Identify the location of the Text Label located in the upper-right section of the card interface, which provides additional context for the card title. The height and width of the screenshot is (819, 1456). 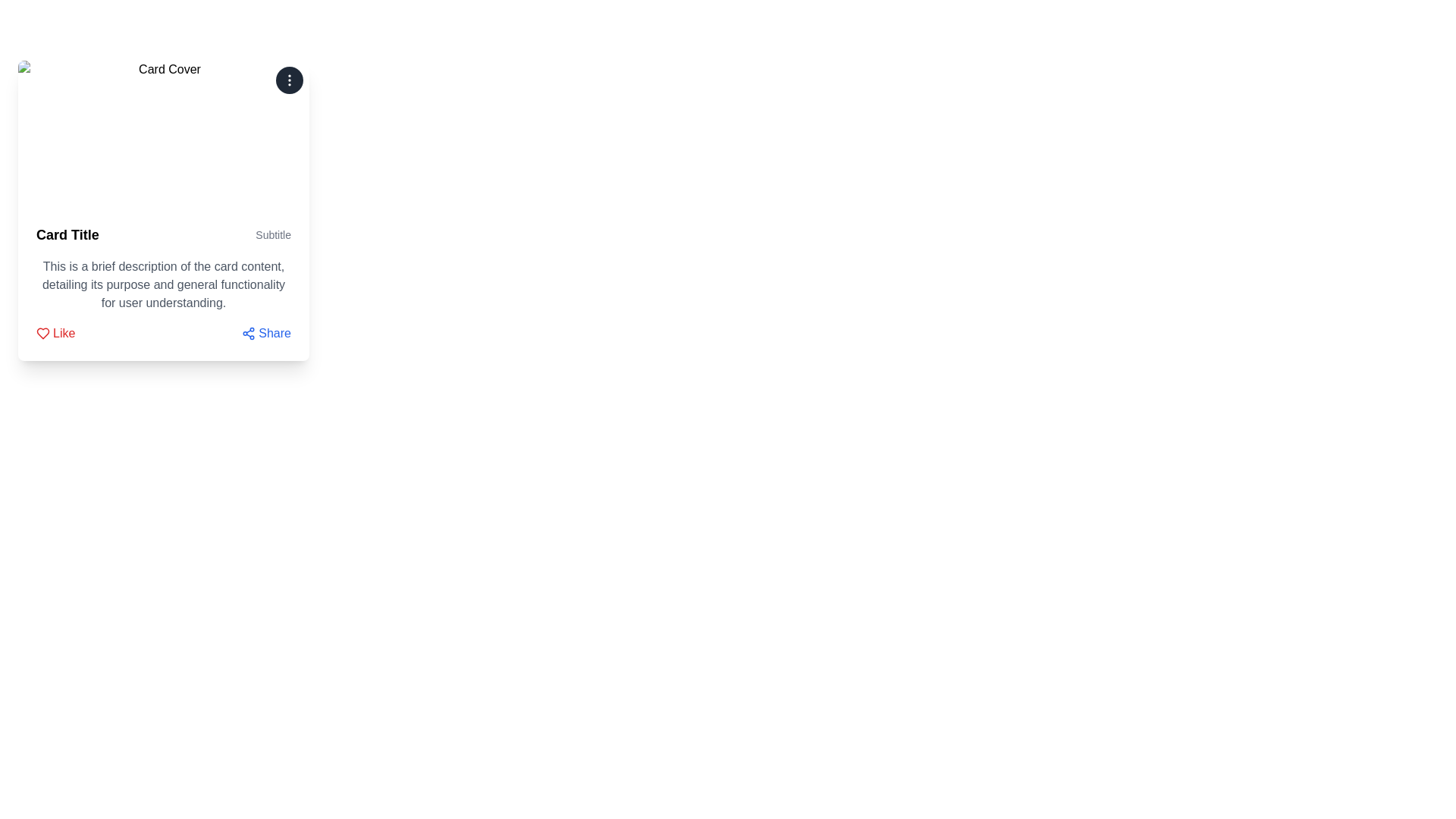
(273, 234).